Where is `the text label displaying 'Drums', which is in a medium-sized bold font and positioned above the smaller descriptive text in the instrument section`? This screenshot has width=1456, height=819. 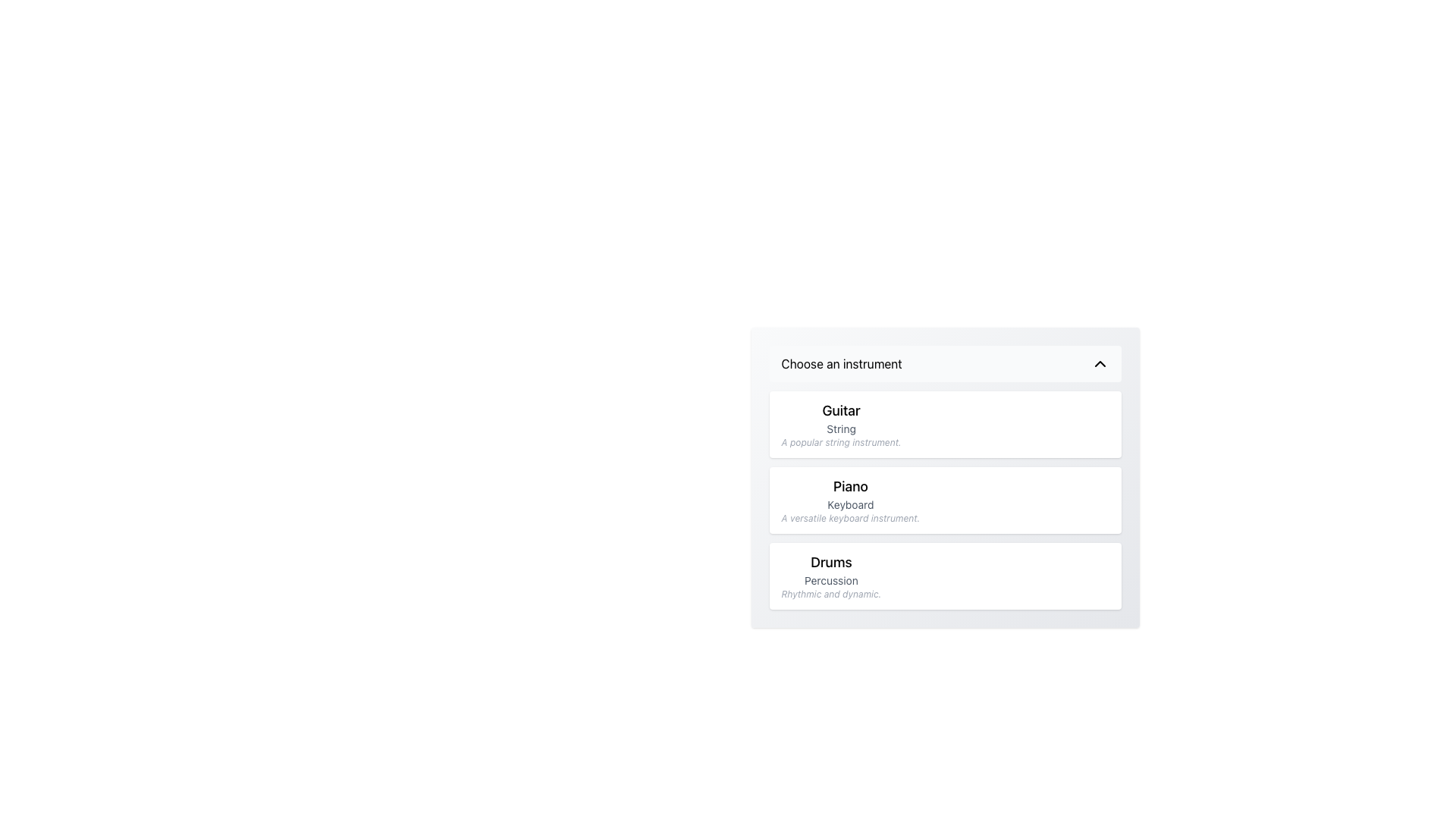 the text label displaying 'Drums', which is in a medium-sized bold font and positioned above the smaller descriptive text in the instrument section is located at coordinates (830, 562).